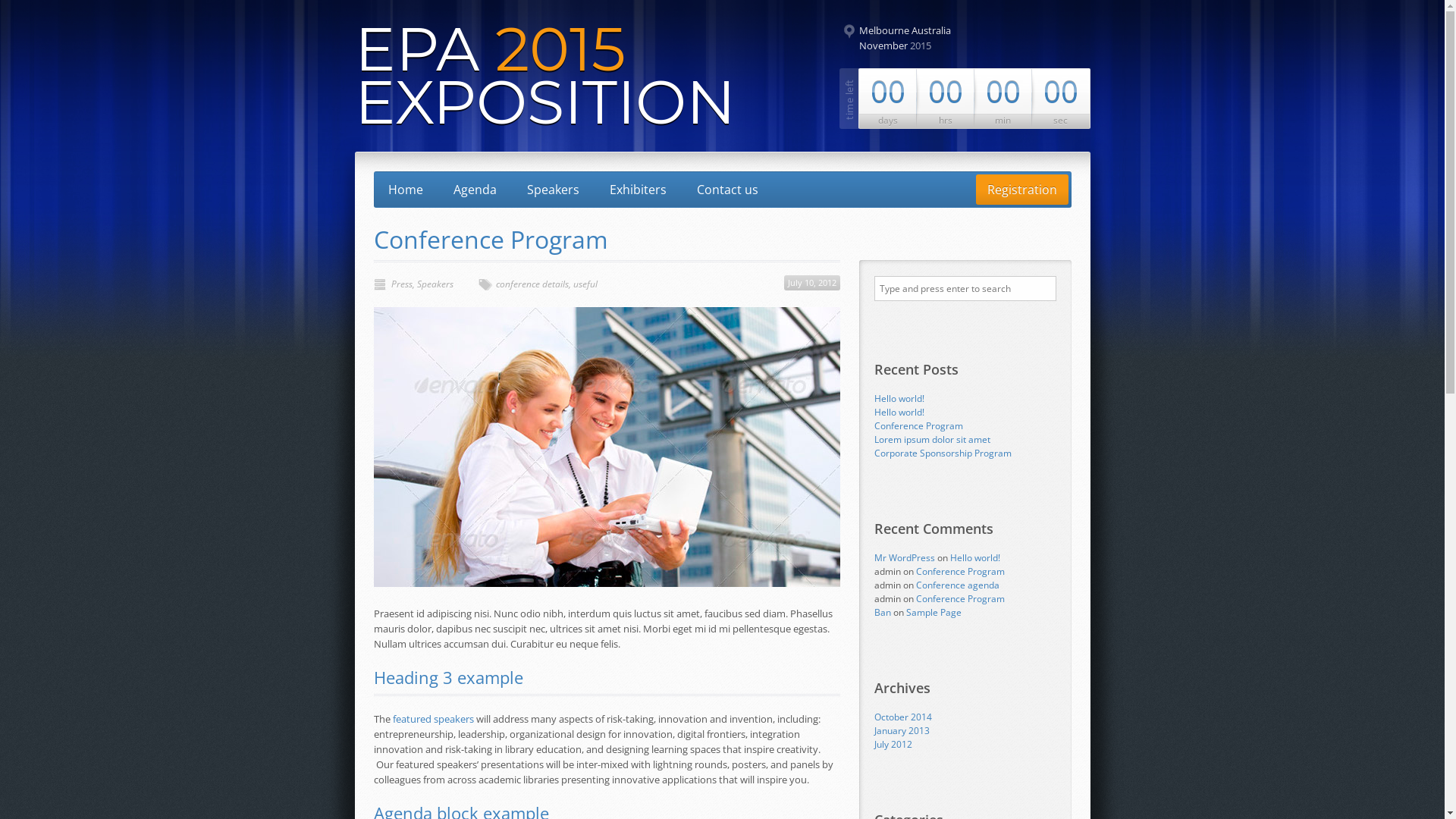  What do you see at coordinates (417, 284) in the screenshot?
I see `'Speakers'` at bounding box center [417, 284].